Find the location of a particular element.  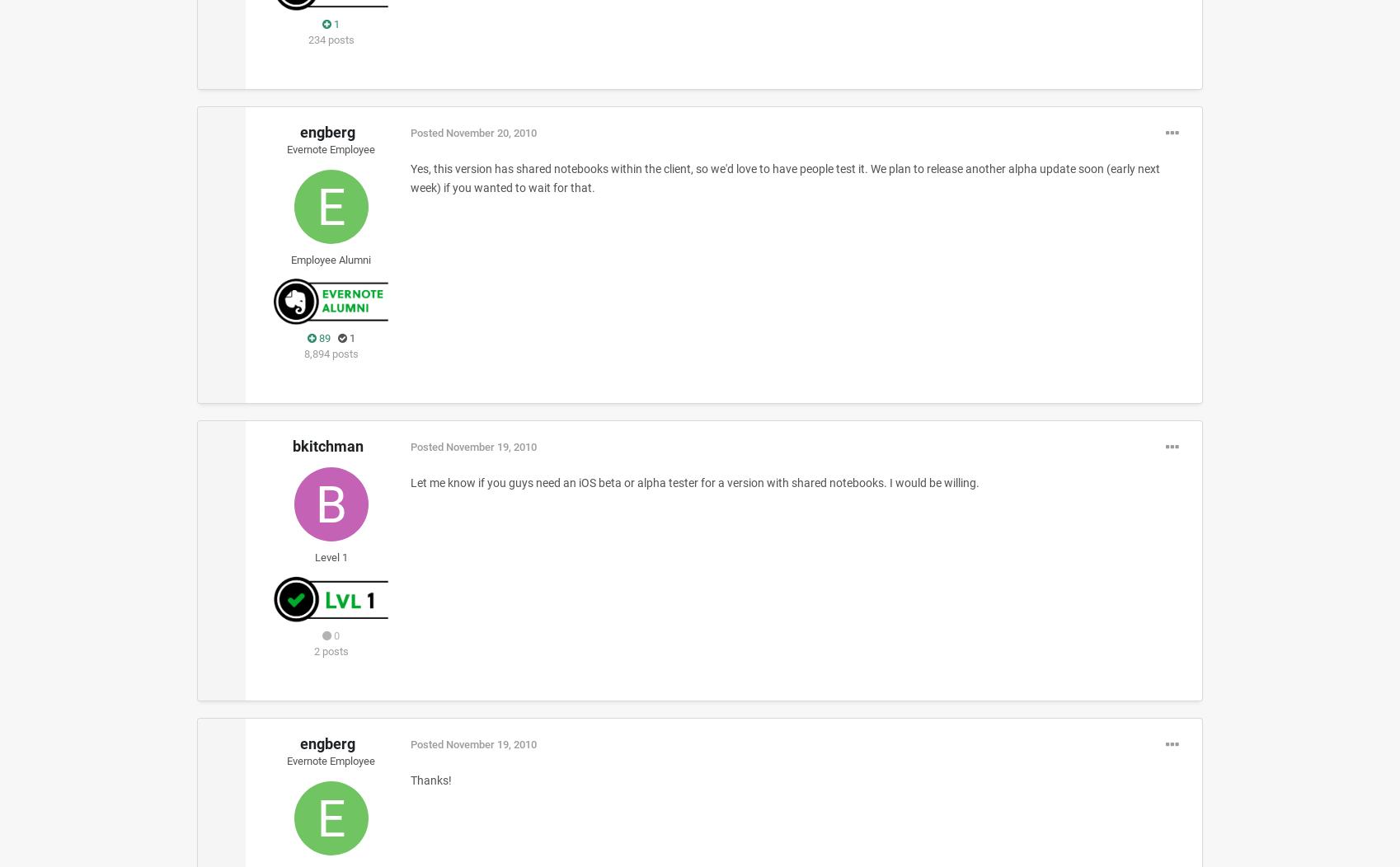

'Yes, this version has shared notebooks within the client, so we'd love to have people test it.  We plan to release another alpha update soon (early next week) if you wanted to wait for that.' is located at coordinates (783, 177).